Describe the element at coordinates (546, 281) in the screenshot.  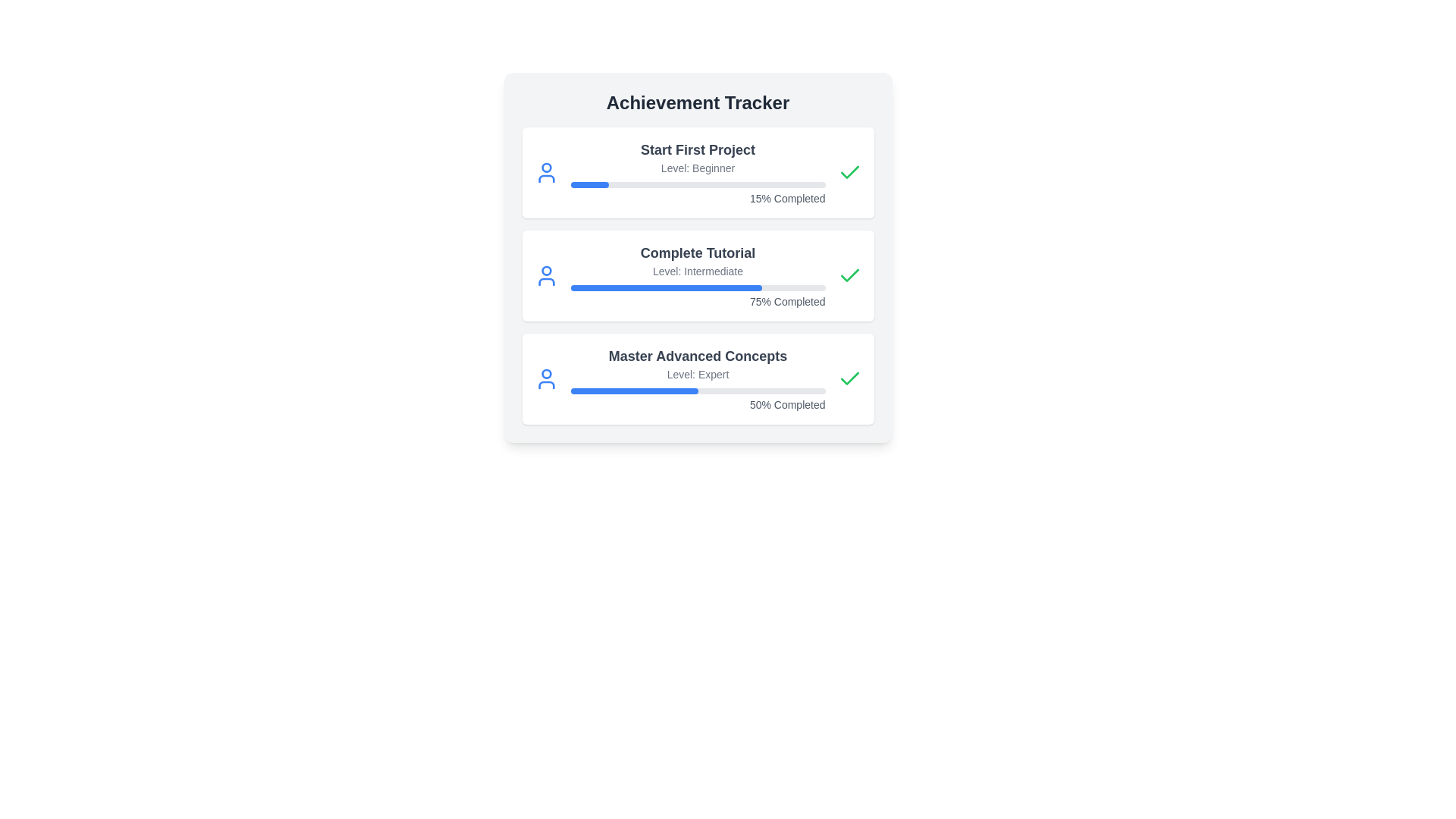
I see `the lower part of the user profile icon, specifically the curved line representing the shoulders and upper body, associated with the 'Complete Tutorial' task` at that location.